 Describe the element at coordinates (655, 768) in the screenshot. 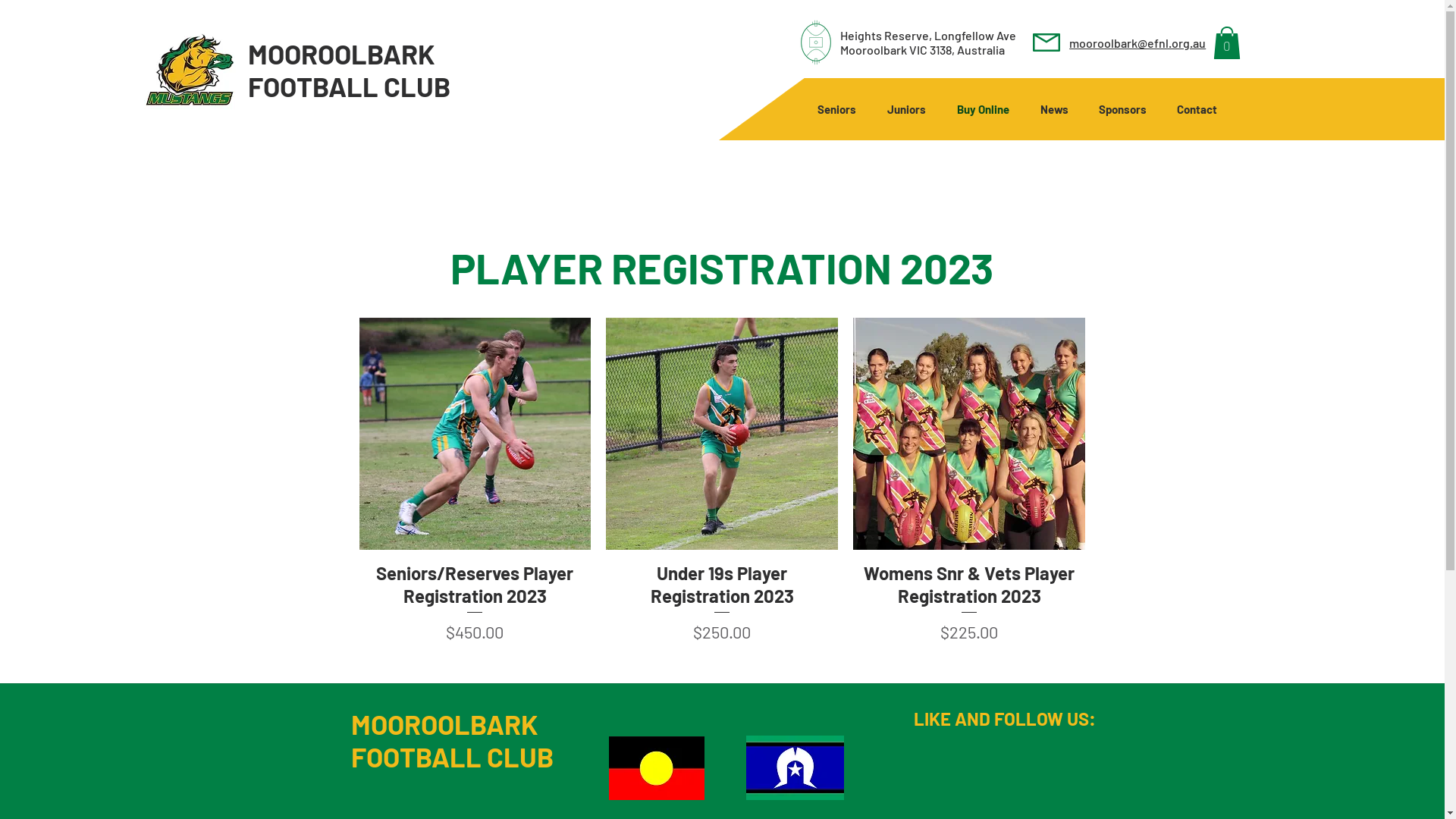

I see `'aboriginal-flag-27713.jpg'` at that location.